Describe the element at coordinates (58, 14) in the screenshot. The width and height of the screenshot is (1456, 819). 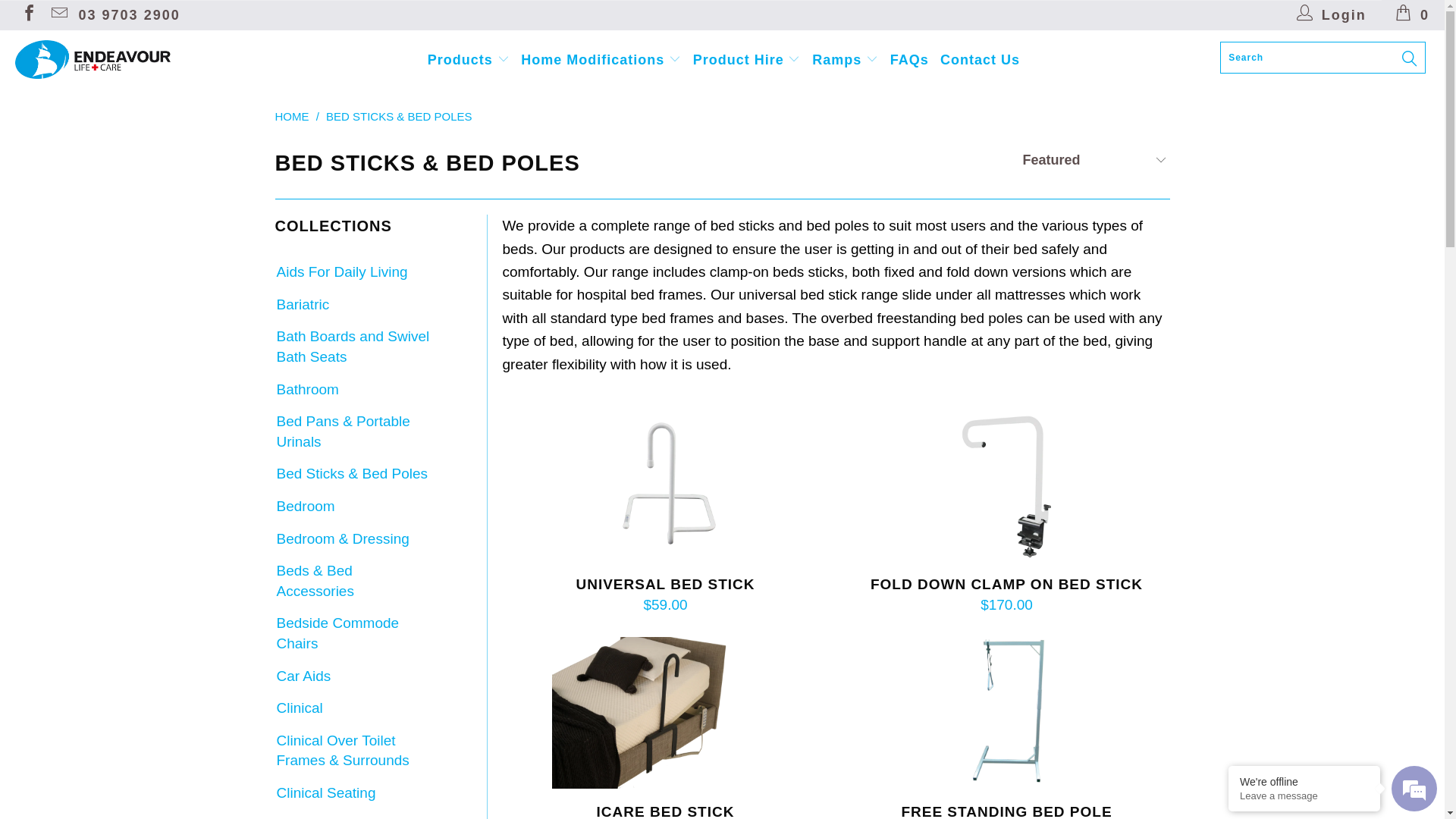
I see `'Email Endeavour Life Care'` at that location.